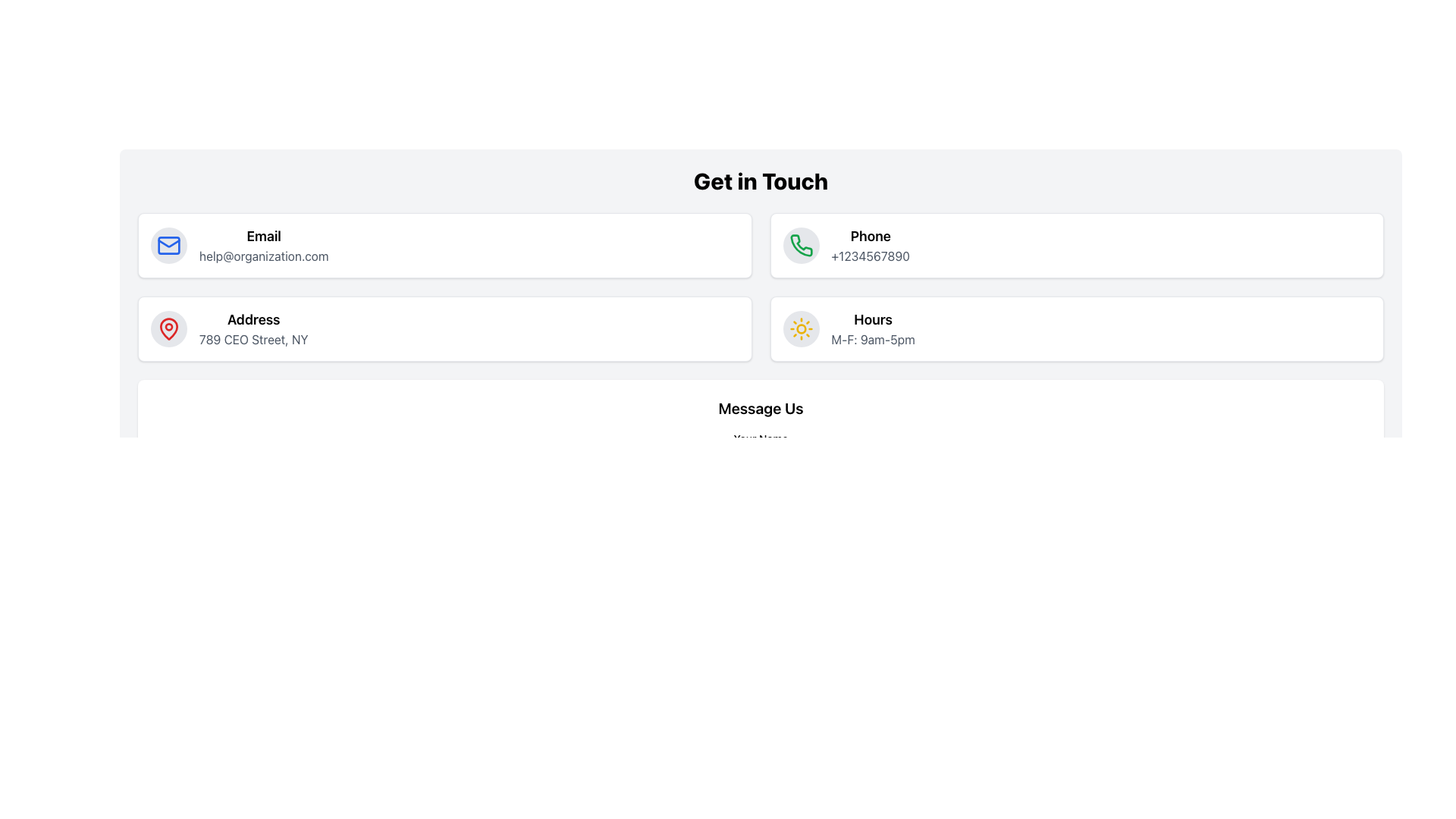 This screenshot has height=819, width=1456. What do you see at coordinates (873, 328) in the screenshot?
I see `the informational text block displaying the operating hours 'M-F: 9am-5pm', located in the bottom-right of the card under the 'Get in Touch' section` at bounding box center [873, 328].